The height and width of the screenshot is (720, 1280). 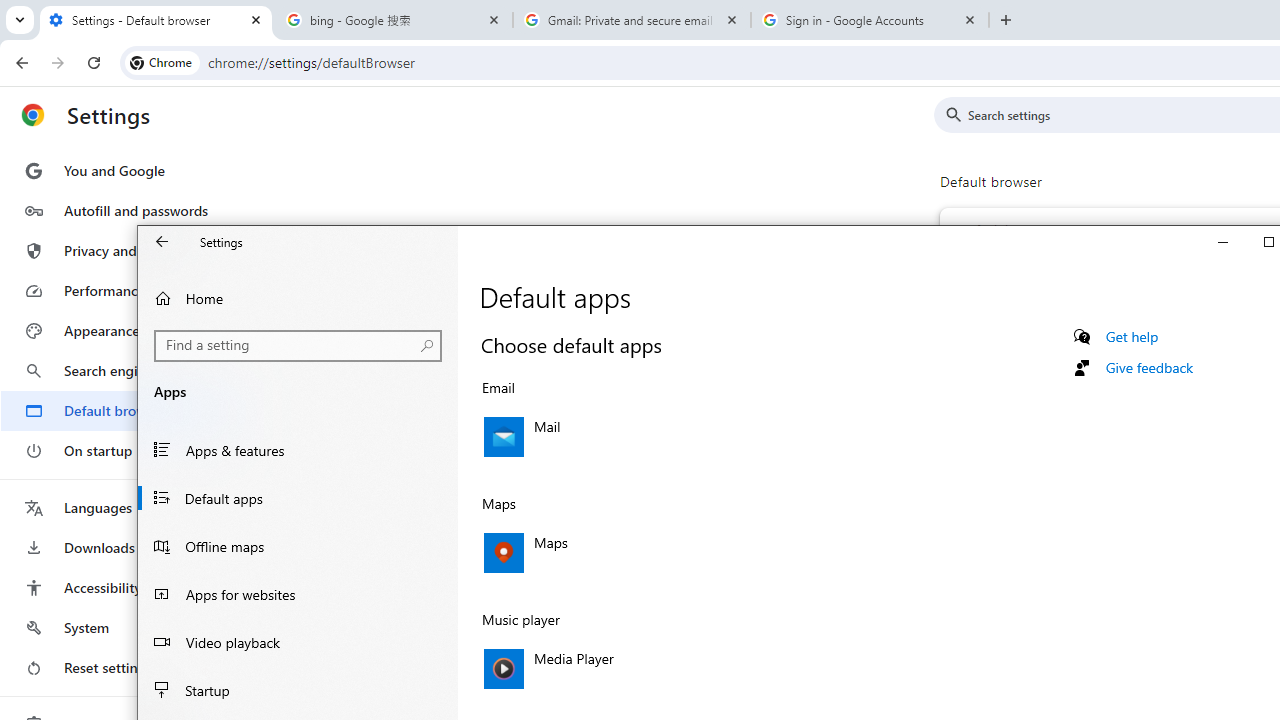 What do you see at coordinates (691, 435) in the screenshot?
I see `'Email, Mail'` at bounding box center [691, 435].